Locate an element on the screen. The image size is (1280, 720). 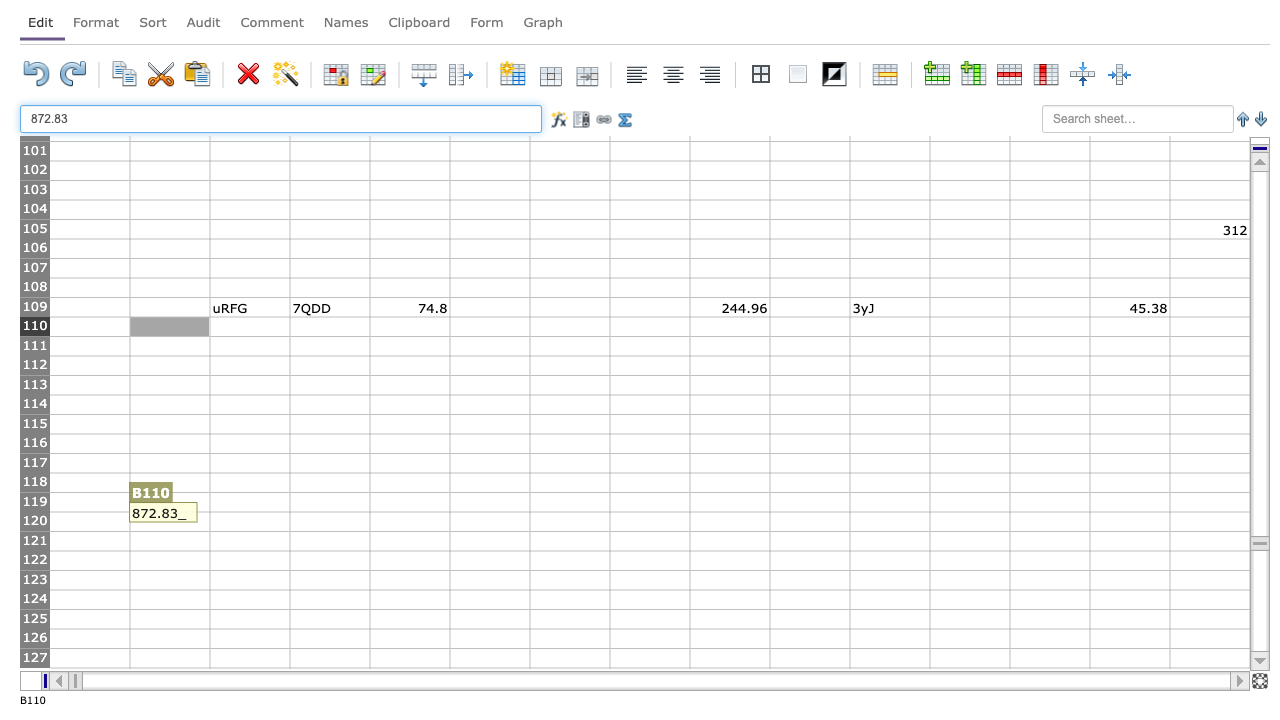
C-120 is located at coordinates (248, 520).